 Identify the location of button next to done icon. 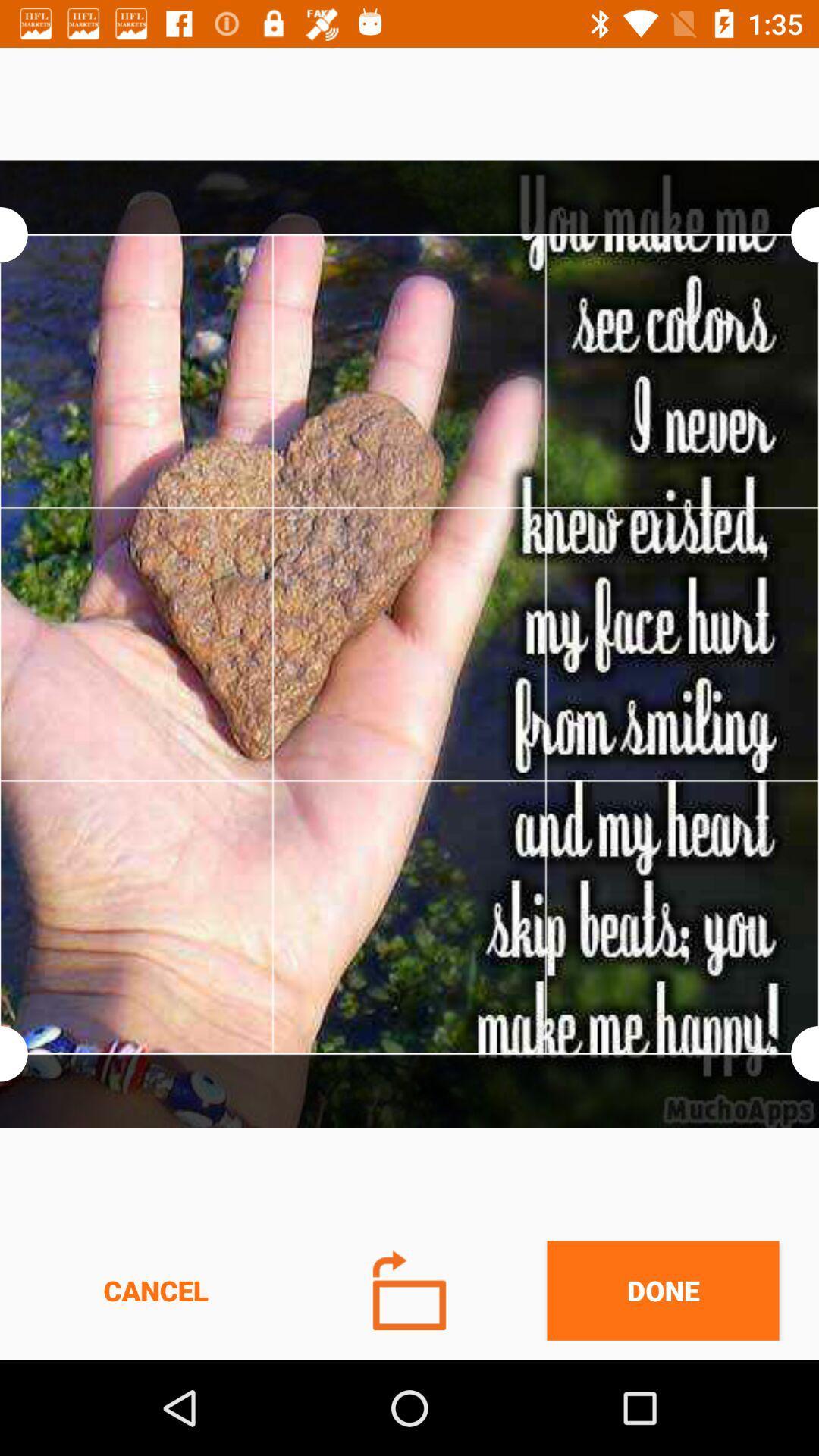
(409, 1289).